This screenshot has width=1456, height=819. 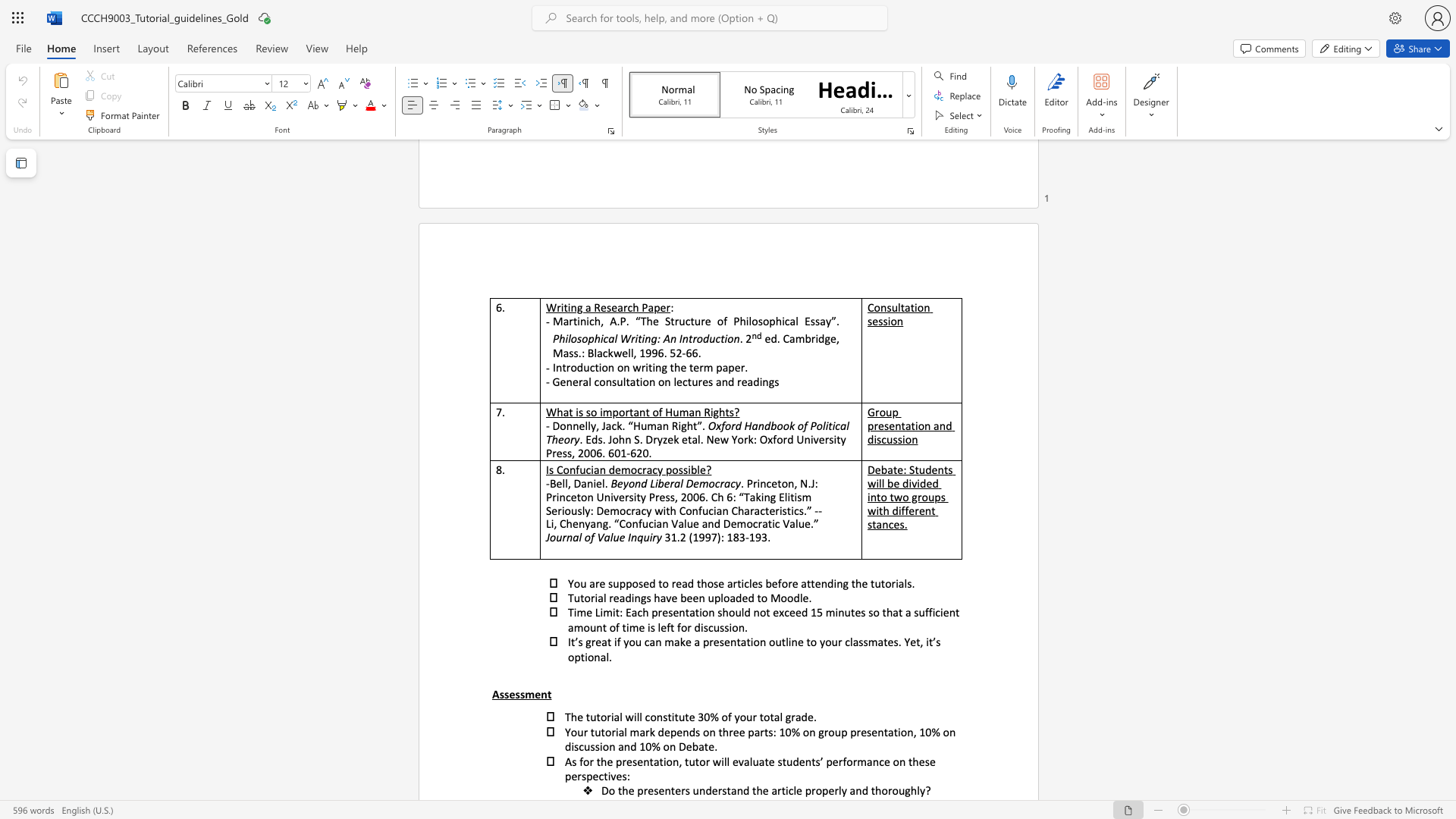 I want to click on the subset text "anie" within the text "-Bell, Daniel.", so click(x=580, y=483).